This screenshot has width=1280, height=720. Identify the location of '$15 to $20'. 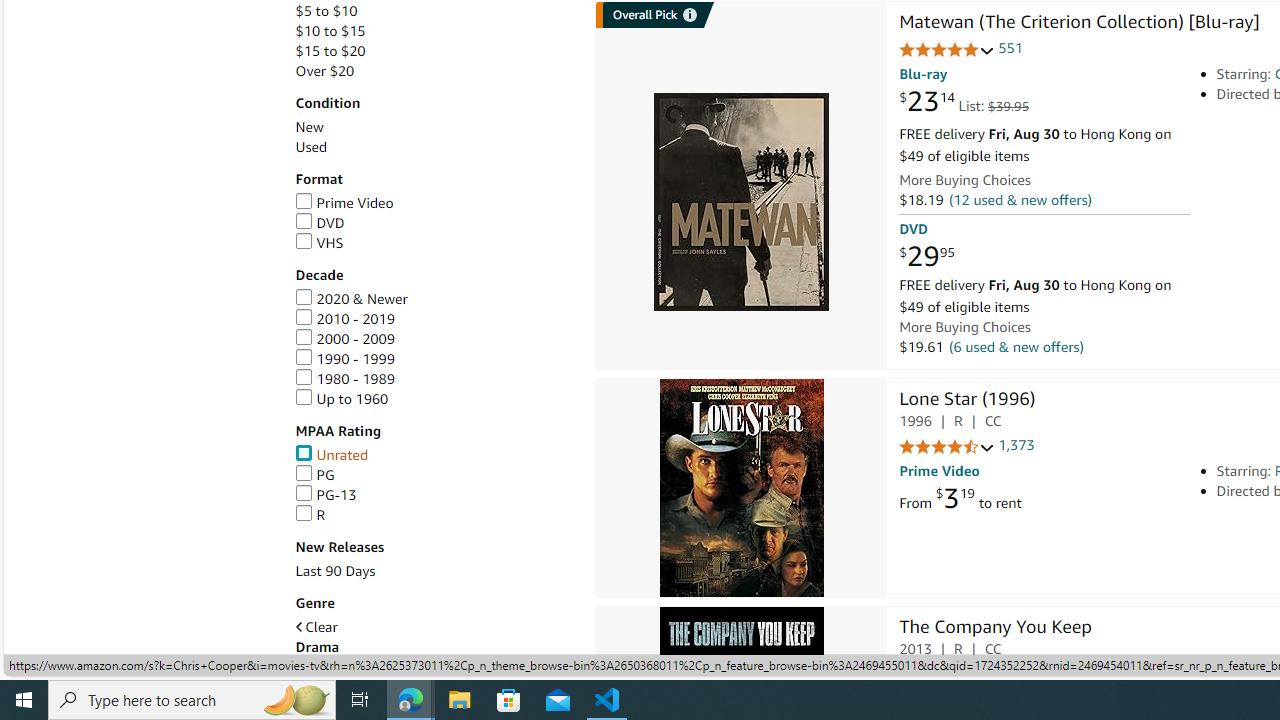
(330, 50).